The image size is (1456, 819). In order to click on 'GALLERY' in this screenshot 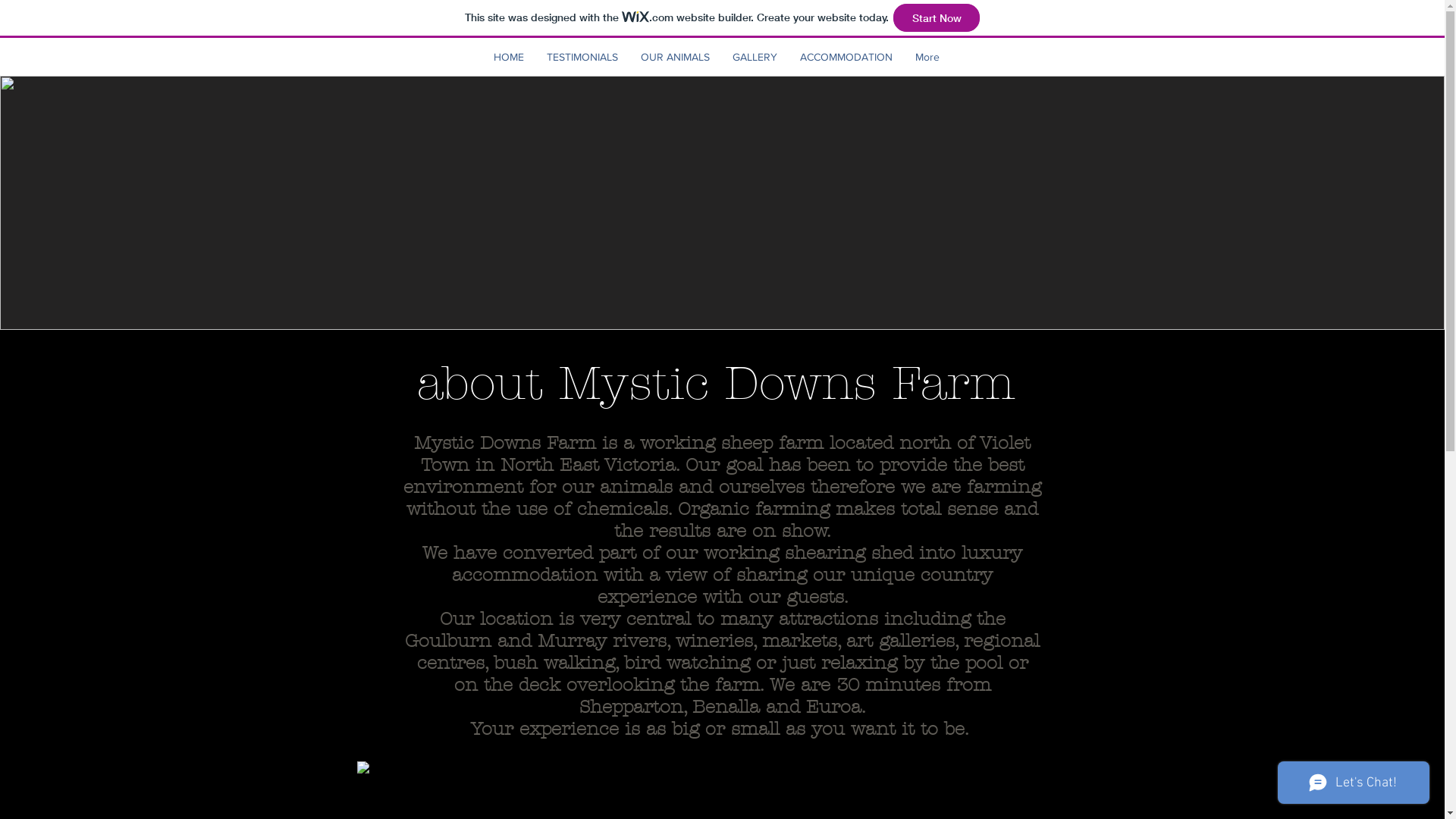, I will do `click(720, 55)`.